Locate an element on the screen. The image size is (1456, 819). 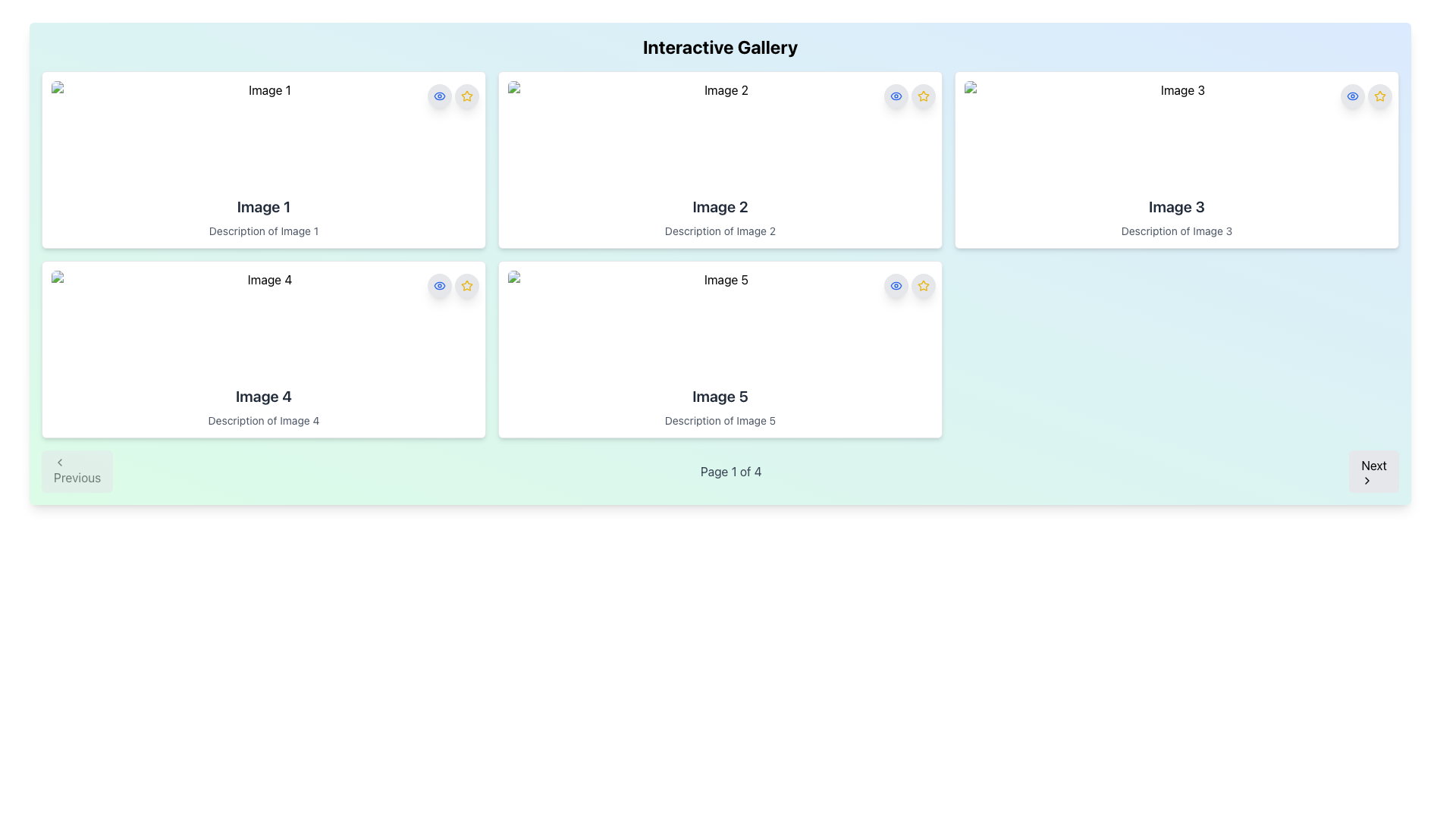
the eye icon located in the top-right corner of the card labeled 'Image 3' is located at coordinates (1353, 96).